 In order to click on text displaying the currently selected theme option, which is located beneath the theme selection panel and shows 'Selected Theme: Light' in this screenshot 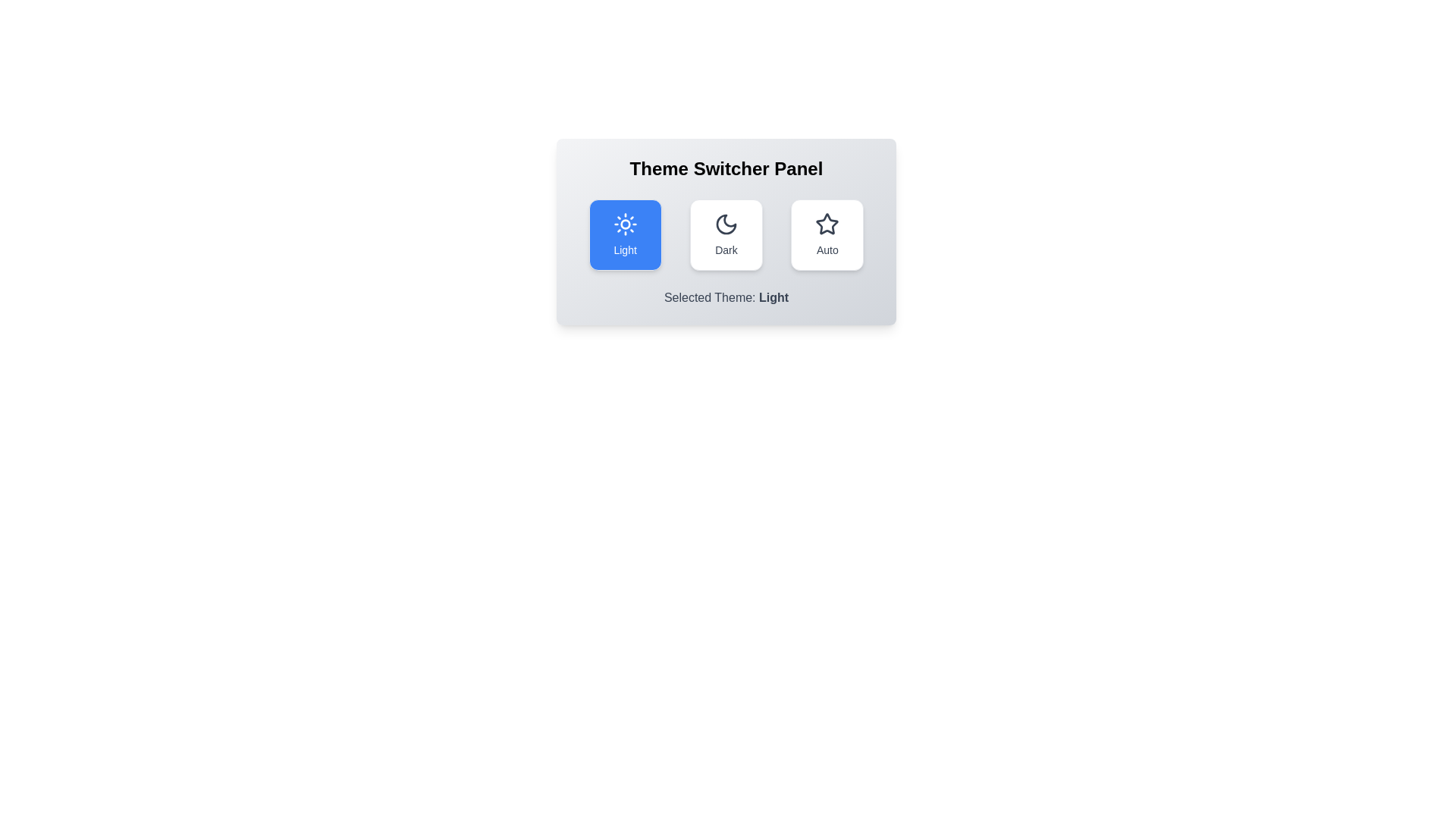, I will do `click(773, 297)`.